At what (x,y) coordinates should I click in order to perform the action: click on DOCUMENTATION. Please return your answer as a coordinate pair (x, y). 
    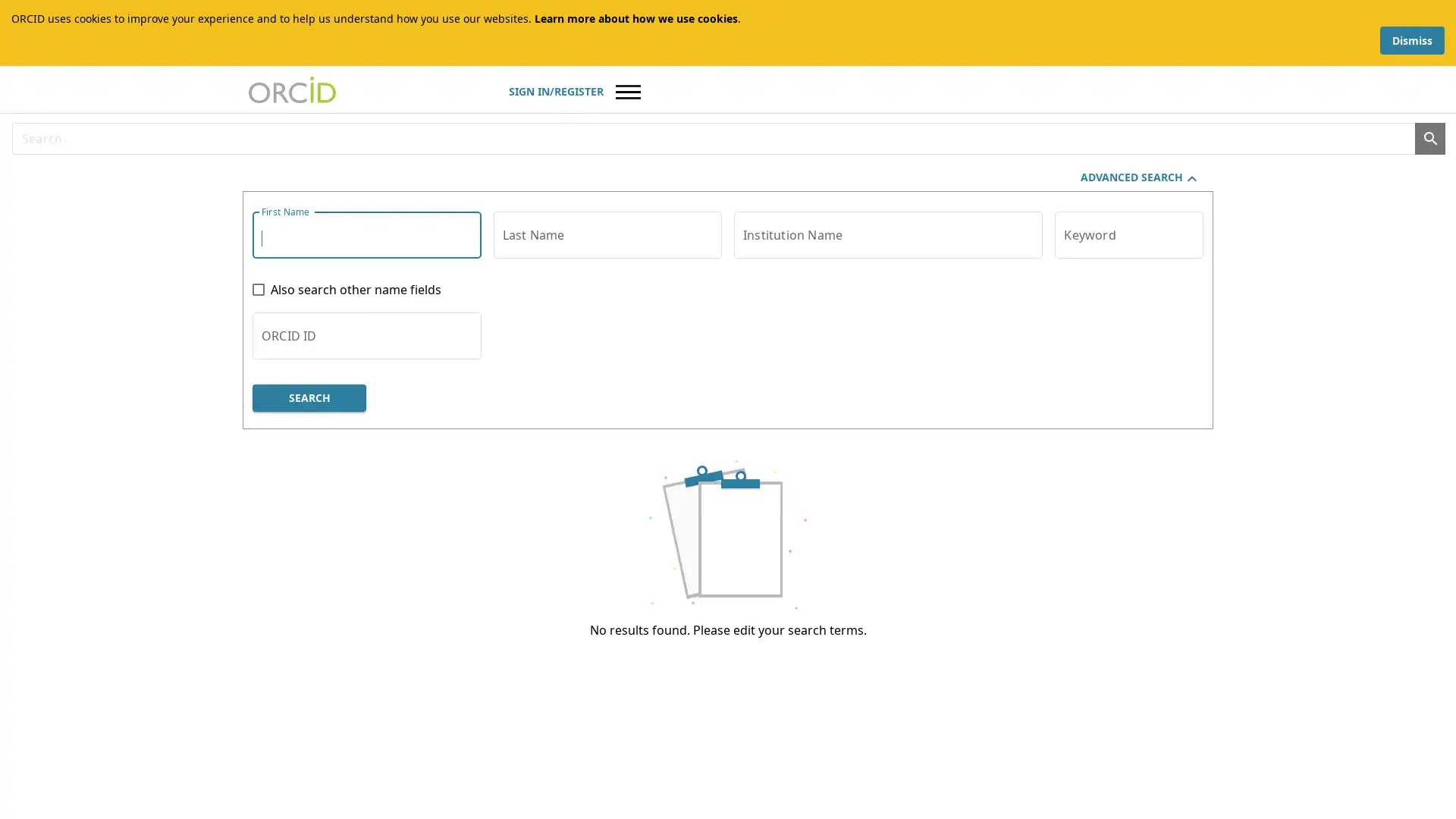
    Looking at the image, I should click on (683, 171).